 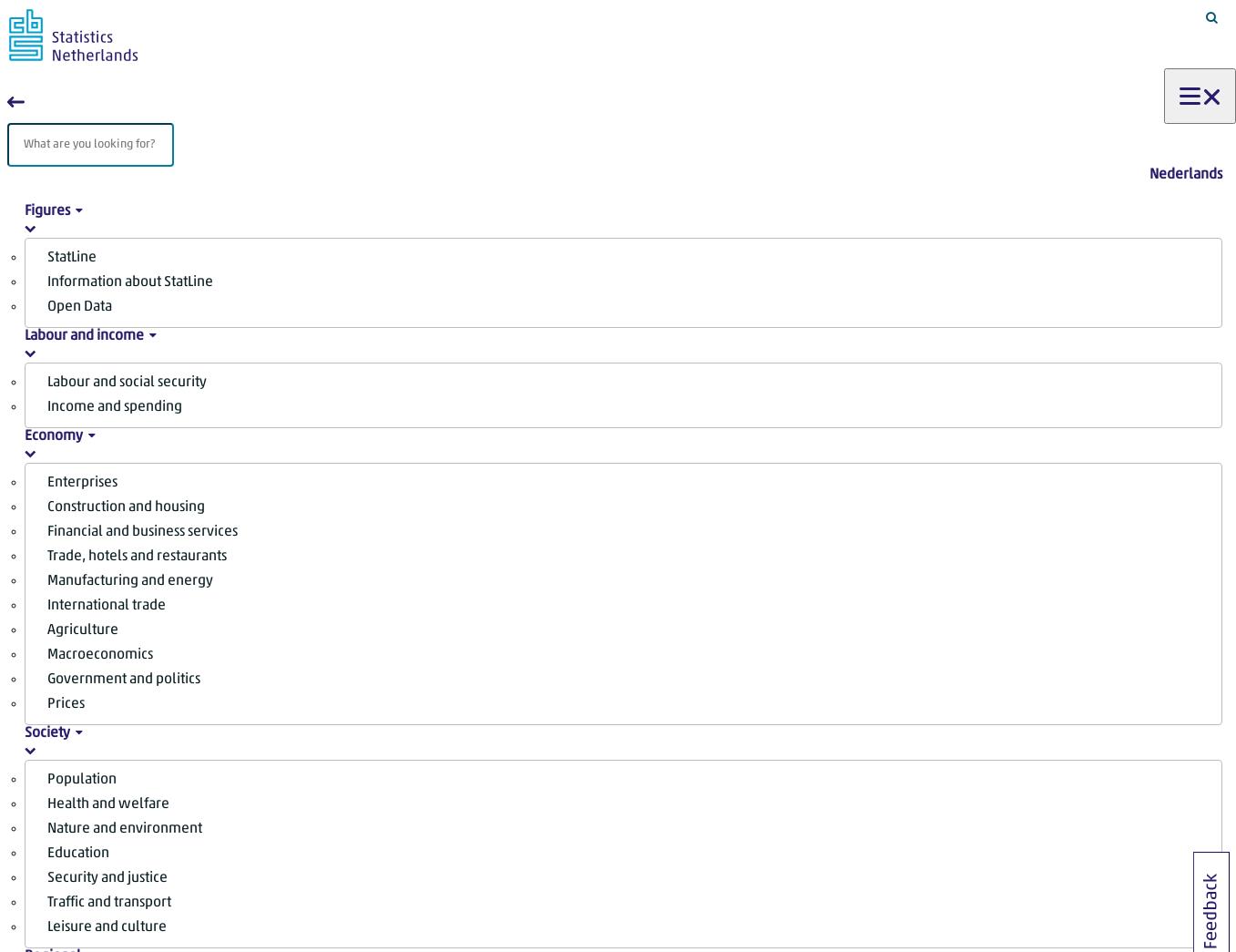 I want to click on 'Open Data', so click(x=79, y=307).